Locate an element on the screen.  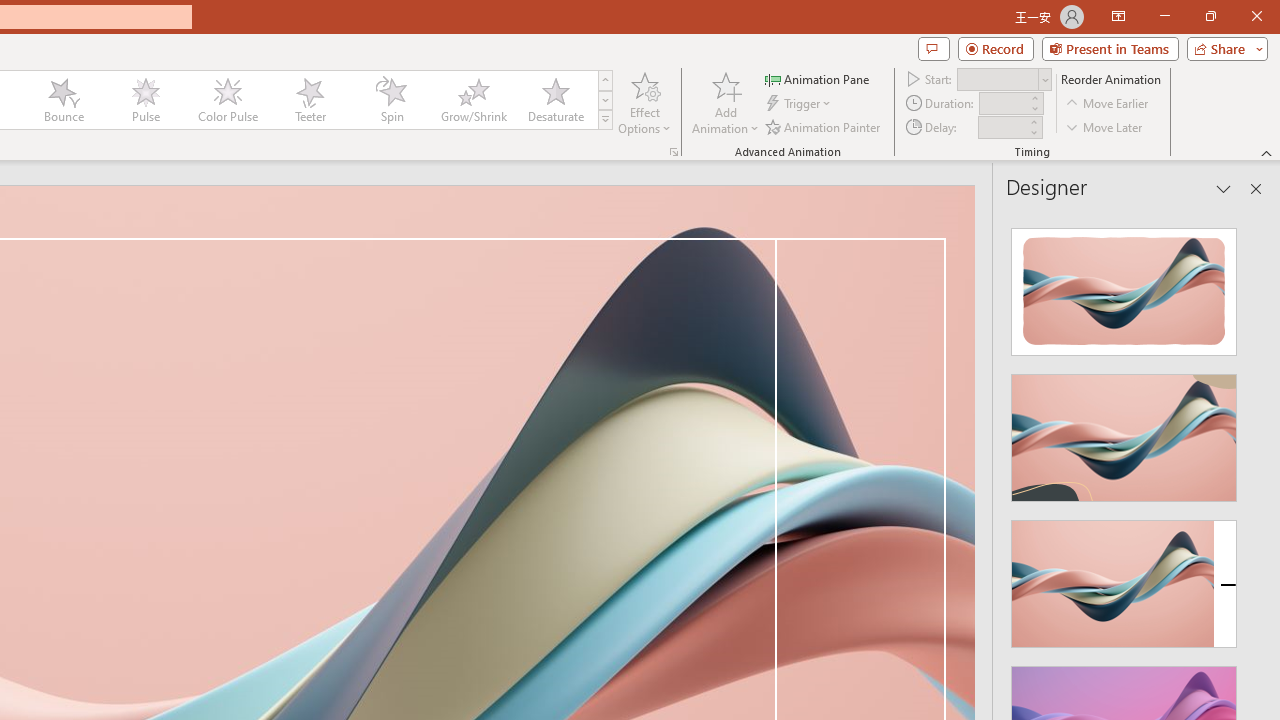
'Add Animation' is located at coordinates (724, 103).